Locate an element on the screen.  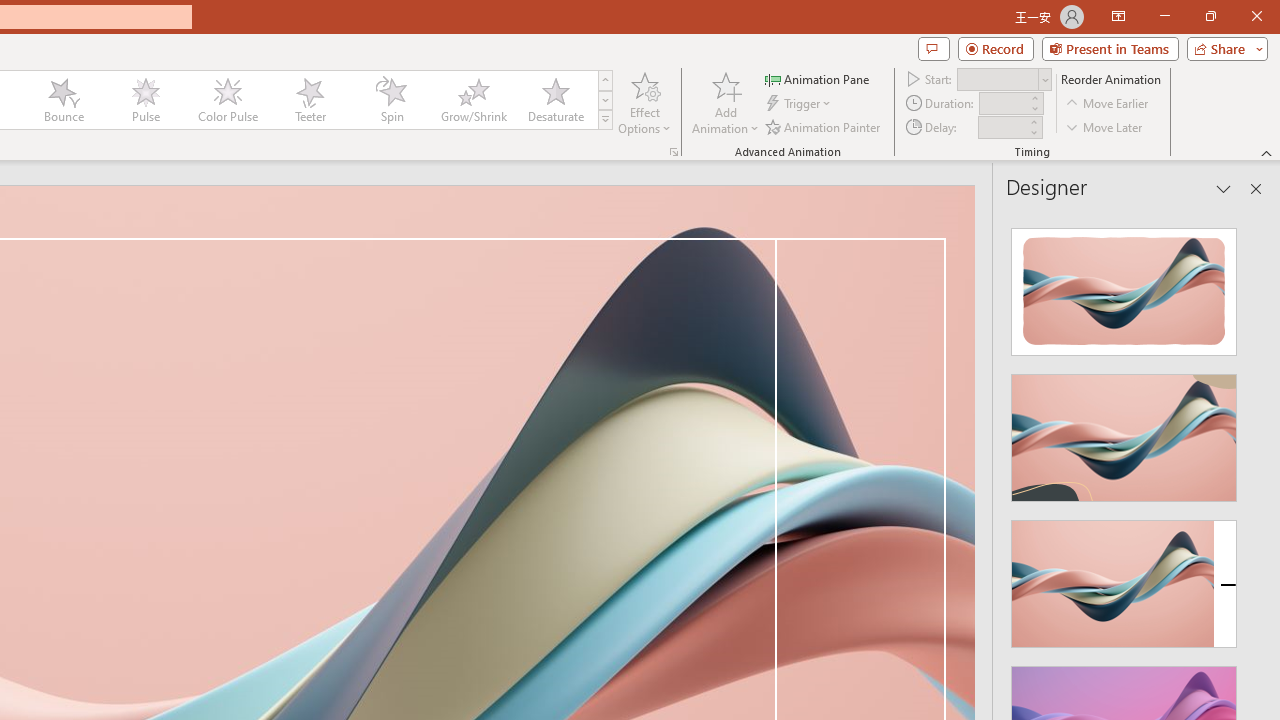
'Add Animation' is located at coordinates (724, 103).